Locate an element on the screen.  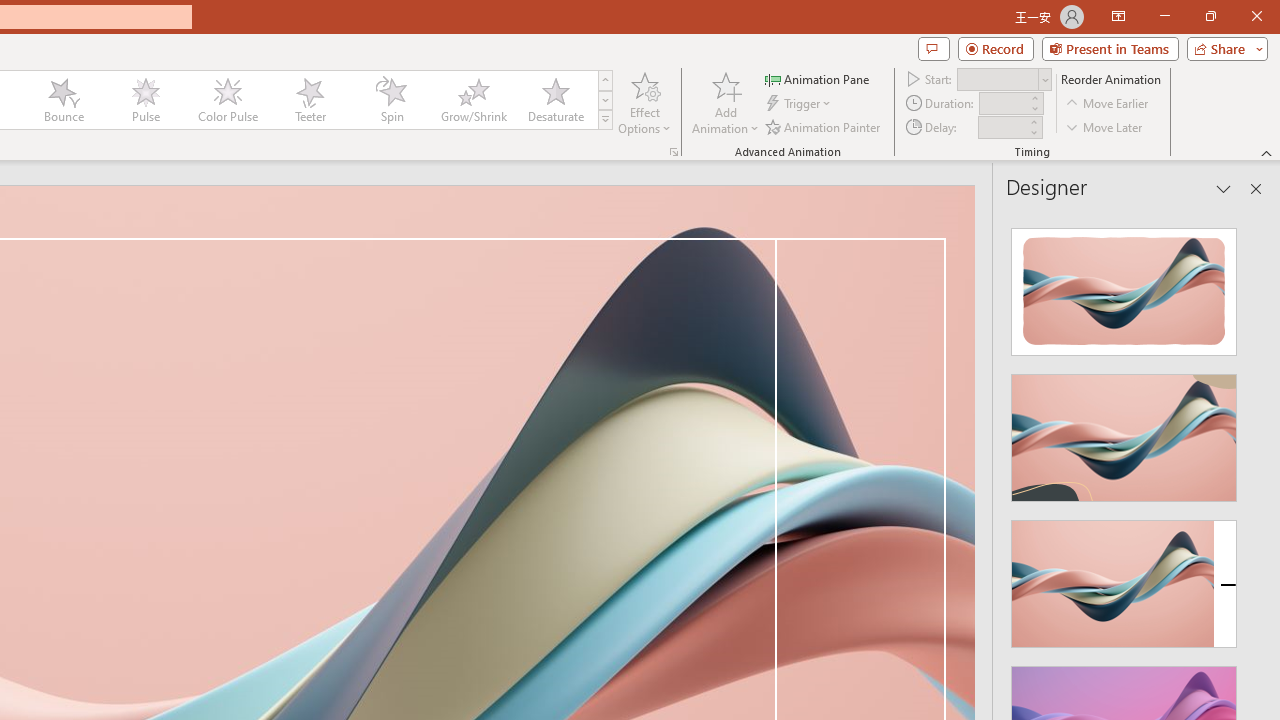
'Add Animation' is located at coordinates (724, 103).